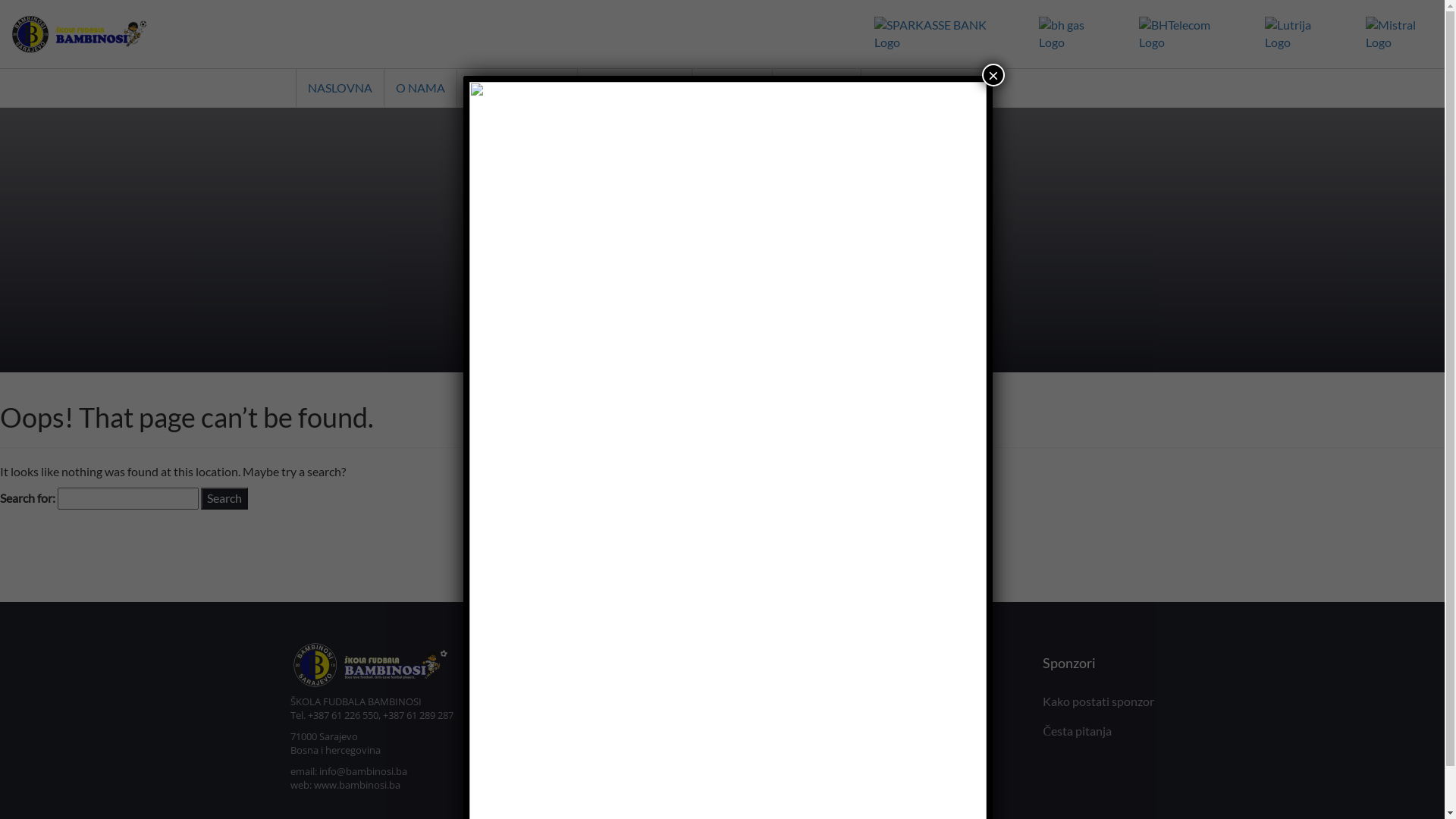  What do you see at coordinates (691, 87) in the screenshot?
I see `'KONTAKT'` at bounding box center [691, 87].